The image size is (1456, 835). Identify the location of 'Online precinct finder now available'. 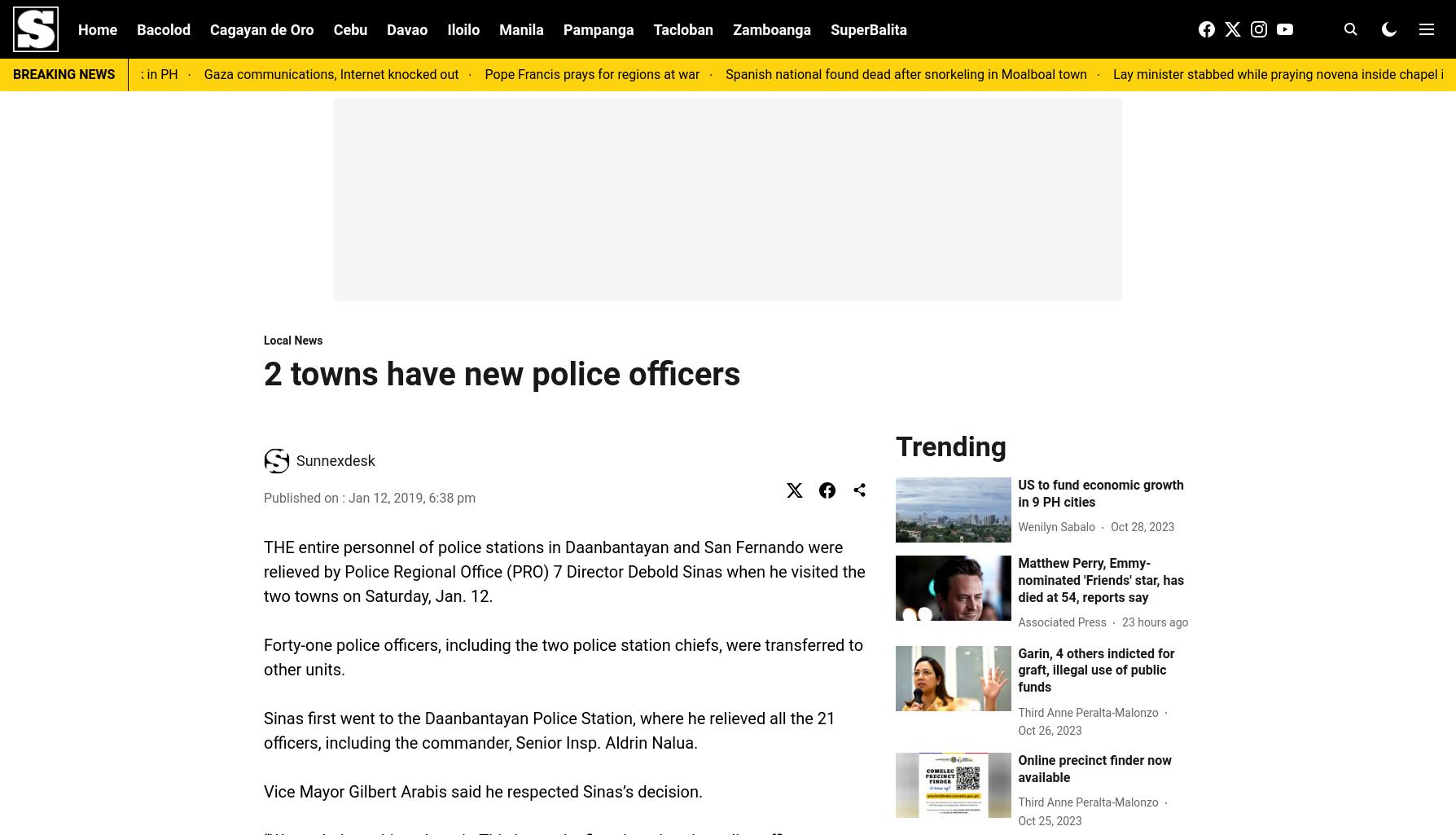
(1094, 768).